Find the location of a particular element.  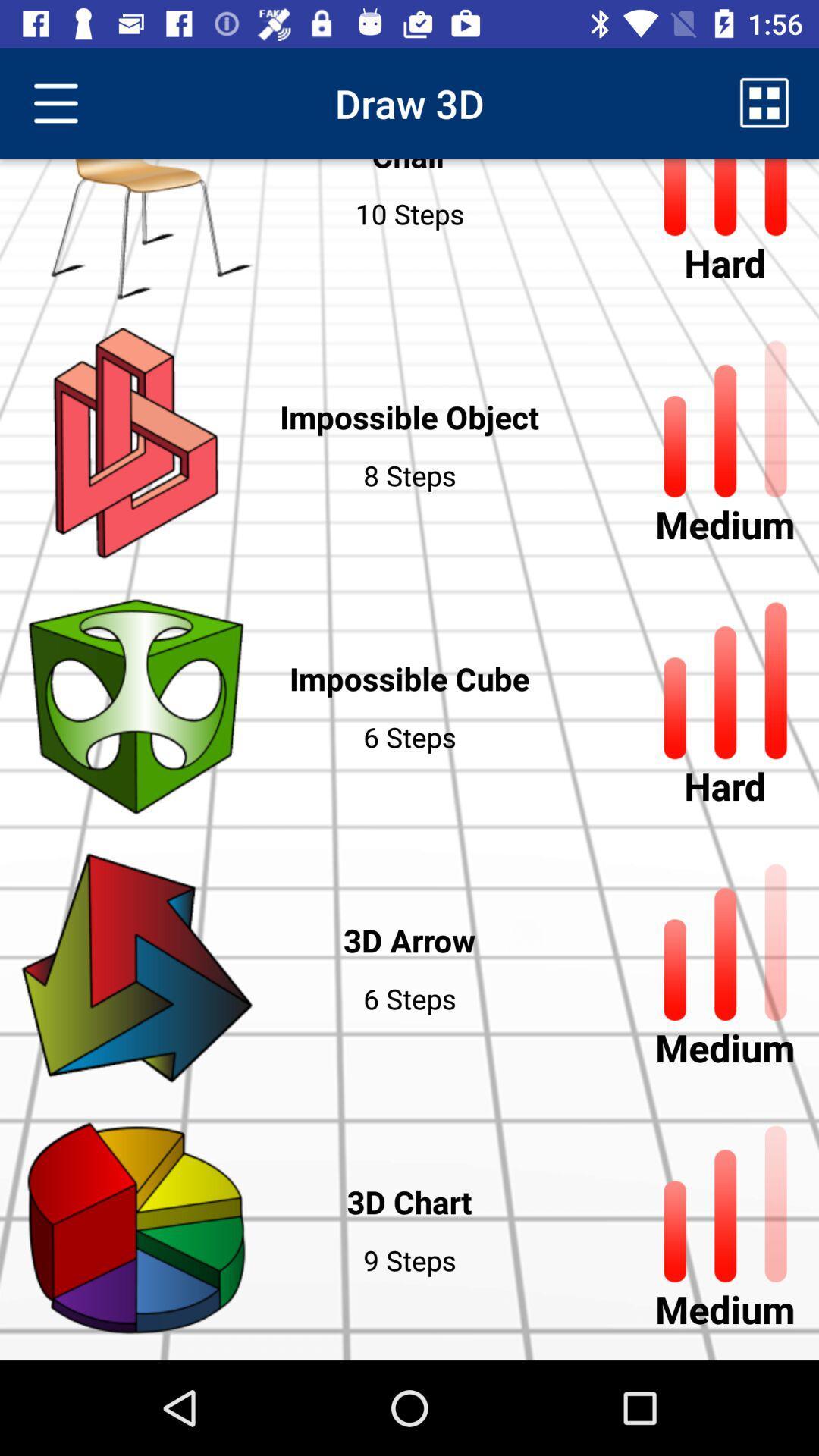

item to the left of chair item is located at coordinates (55, 102).